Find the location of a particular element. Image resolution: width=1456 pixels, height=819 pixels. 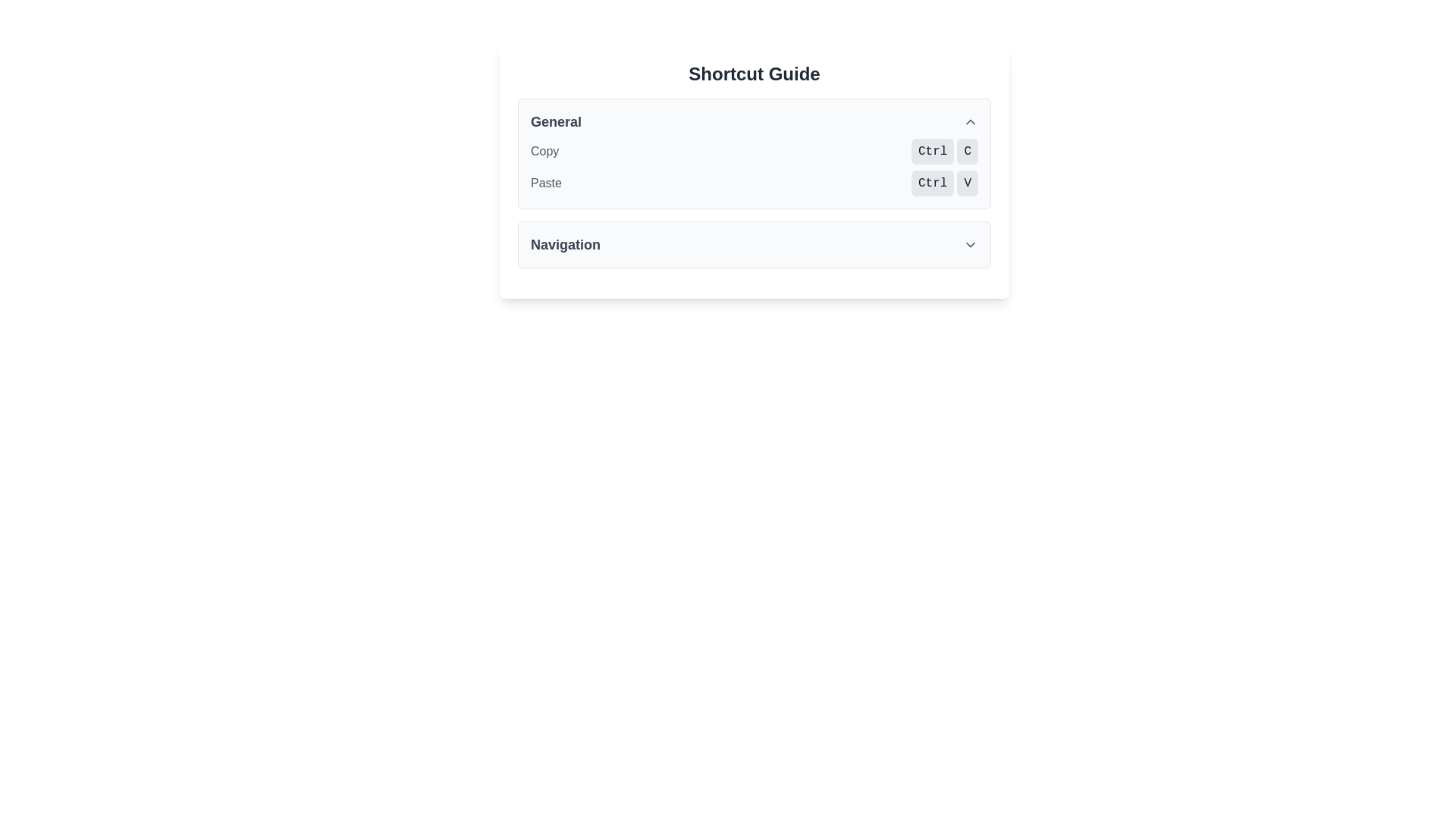

the 'General' label, which is a bold gray text header located at the upper left corner of the section is located at coordinates (555, 121).